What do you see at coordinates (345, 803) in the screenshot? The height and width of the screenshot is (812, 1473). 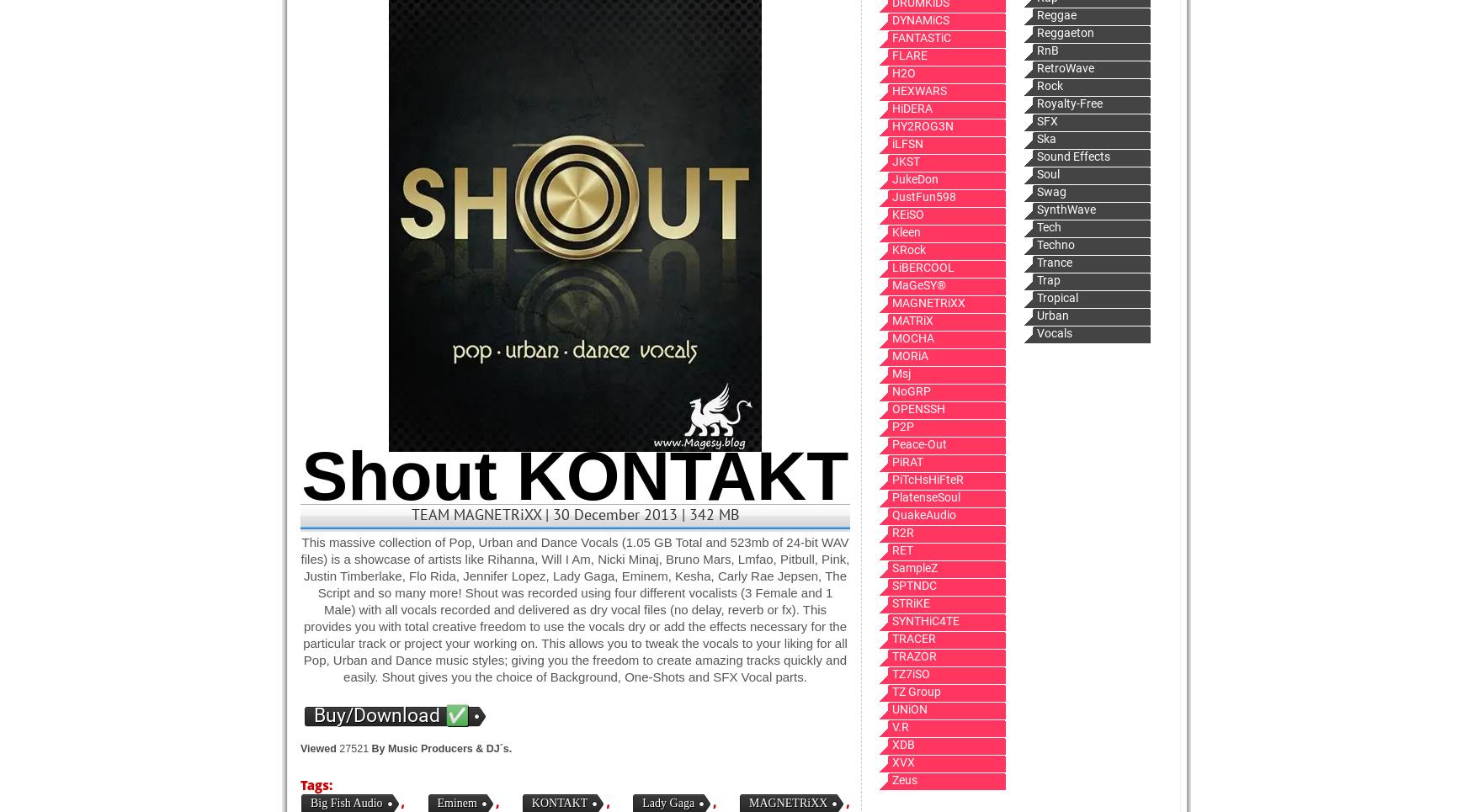 I see `'Big Fish Audio'` at bounding box center [345, 803].